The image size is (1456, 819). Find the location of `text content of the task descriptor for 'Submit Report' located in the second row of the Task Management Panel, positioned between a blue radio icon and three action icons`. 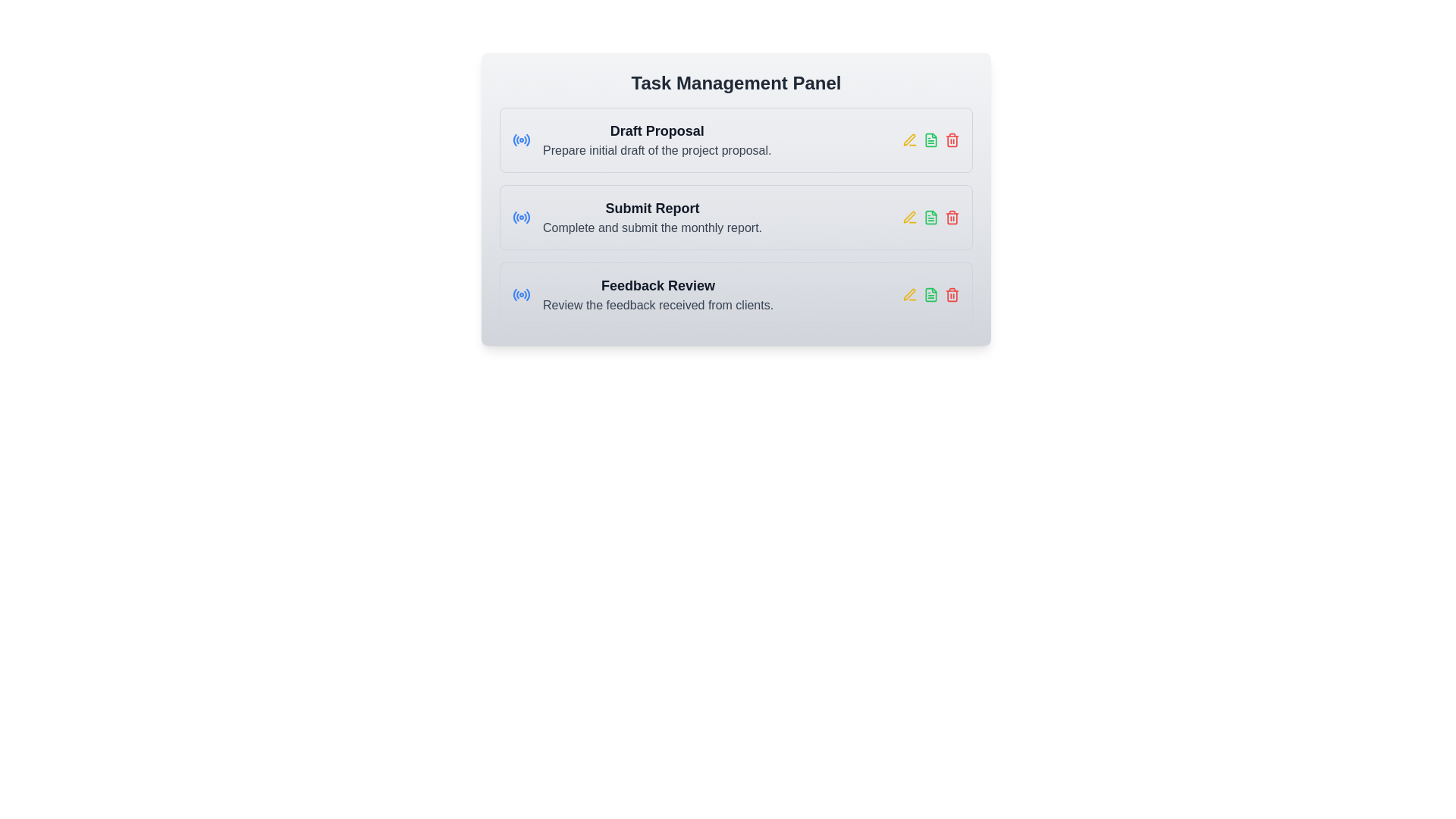

text content of the task descriptor for 'Submit Report' located in the second row of the Task Management Panel, positioned between a blue radio icon and three action icons is located at coordinates (637, 217).